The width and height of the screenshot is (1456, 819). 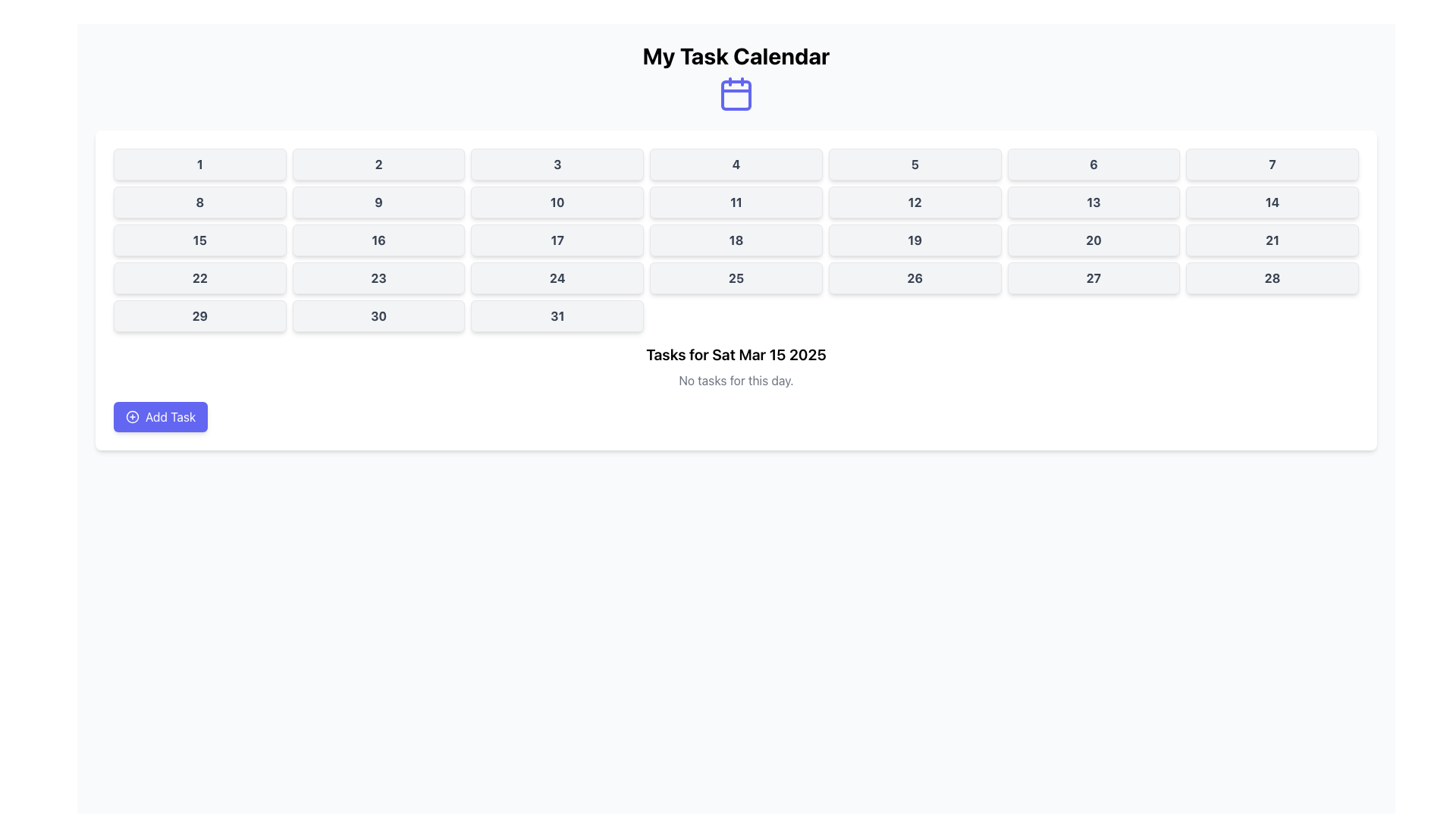 What do you see at coordinates (132, 417) in the screenshot?
I see `the circular icon that represents the addition of a new task, located within the 'Add Task' button` at bounding box center [132, 417].